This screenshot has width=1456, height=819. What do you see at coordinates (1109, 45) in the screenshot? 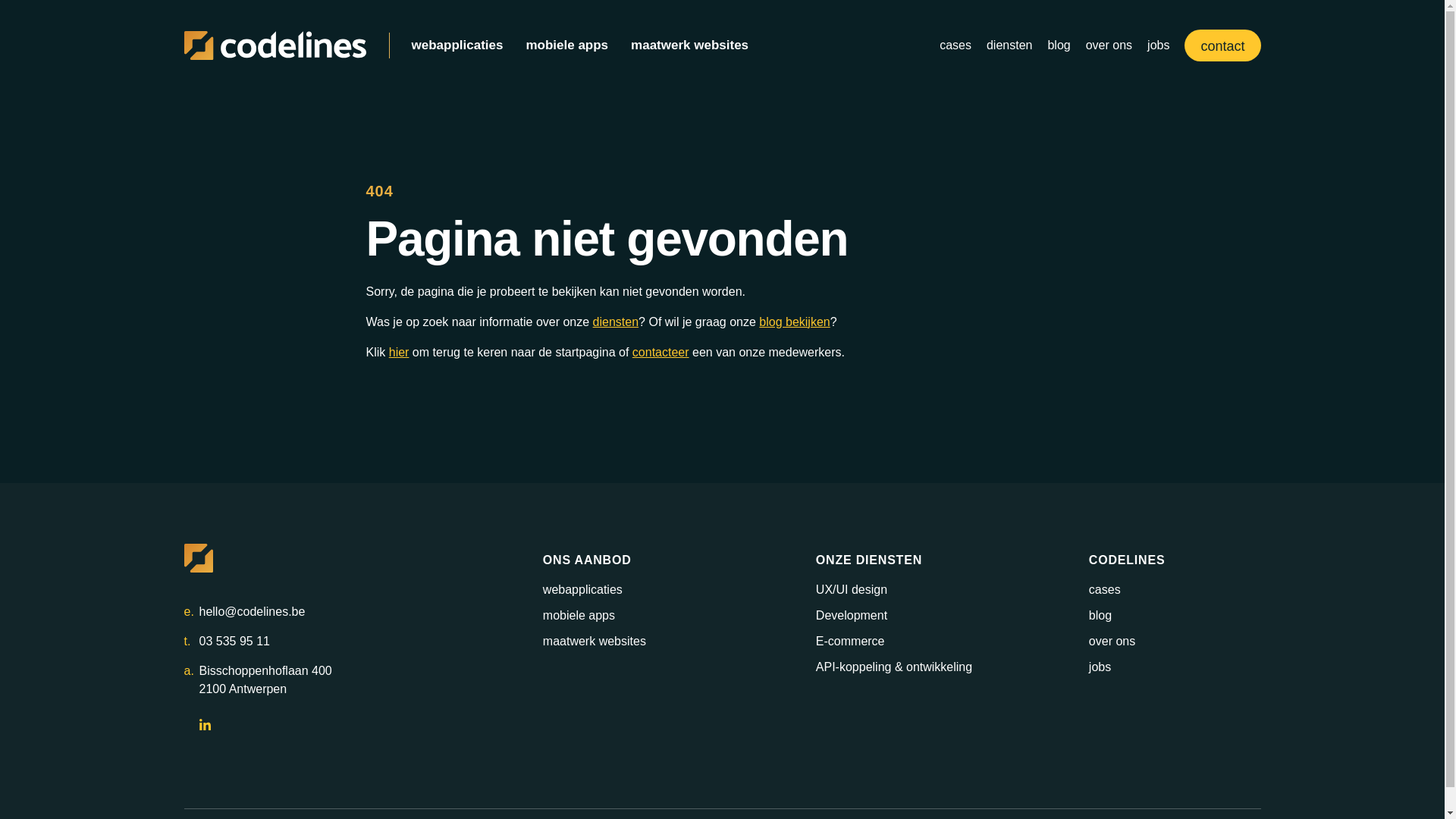
I see `'over ons'` at bounding box center [1109, 45].